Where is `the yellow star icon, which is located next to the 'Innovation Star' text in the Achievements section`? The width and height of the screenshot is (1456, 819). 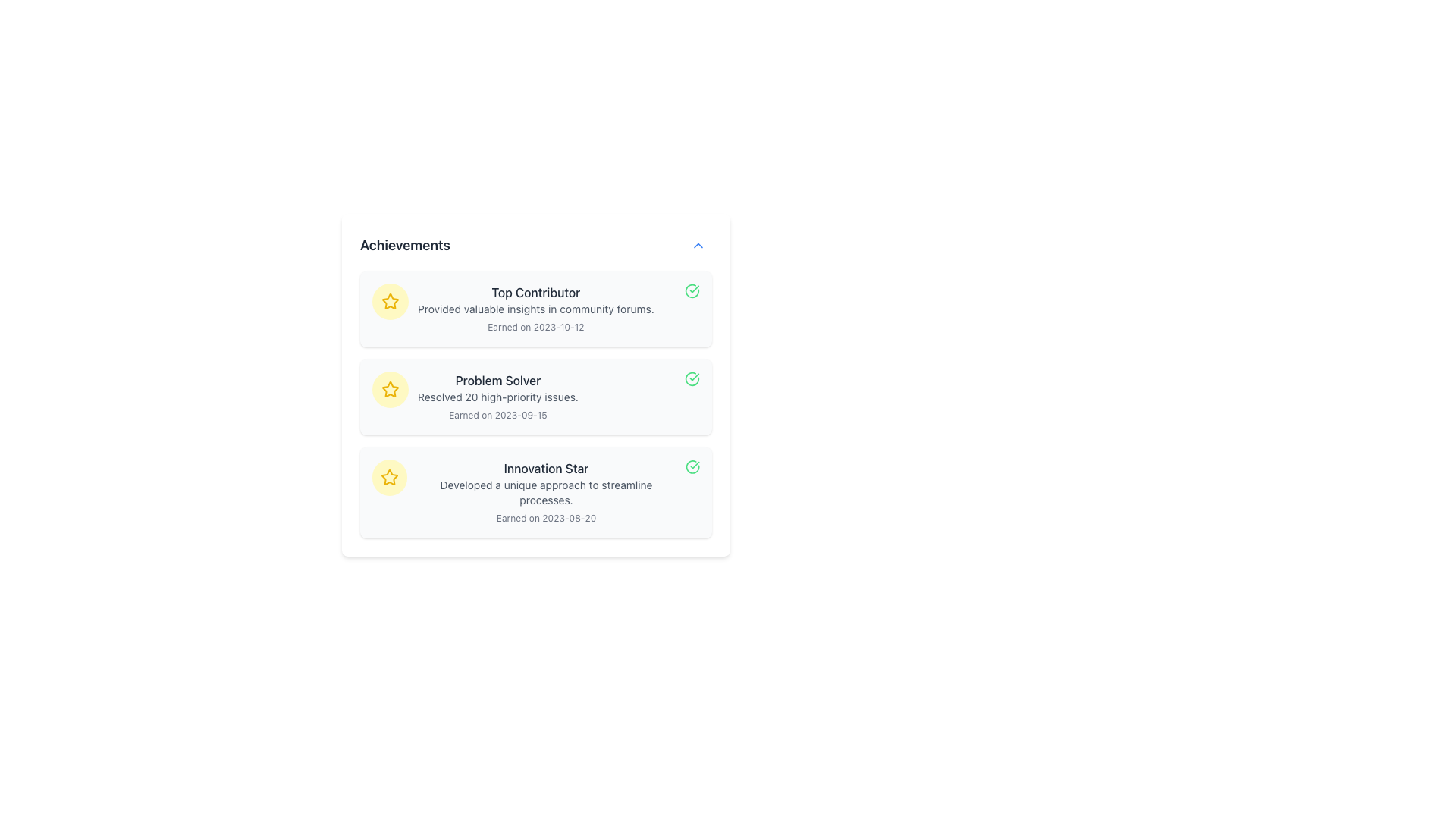 the yellow star icon, which is located next to the 'Innovation Star' text in the Achievements section is located at coordinates (390, 388).